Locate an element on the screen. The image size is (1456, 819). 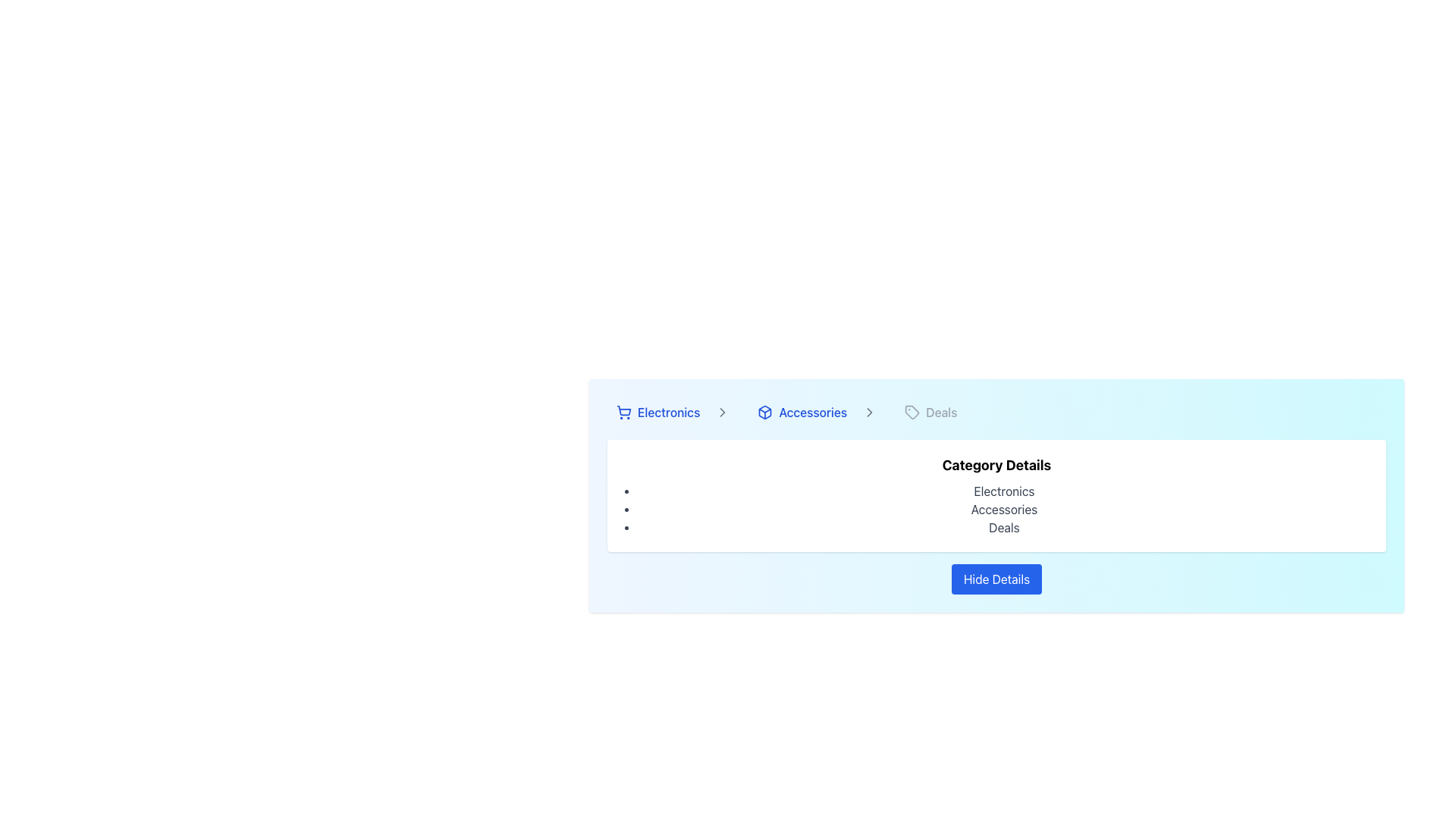
the Heading element which serves as the title for the subsequent content, positioned above the bullet-point list is located at coordinates (996, 464).